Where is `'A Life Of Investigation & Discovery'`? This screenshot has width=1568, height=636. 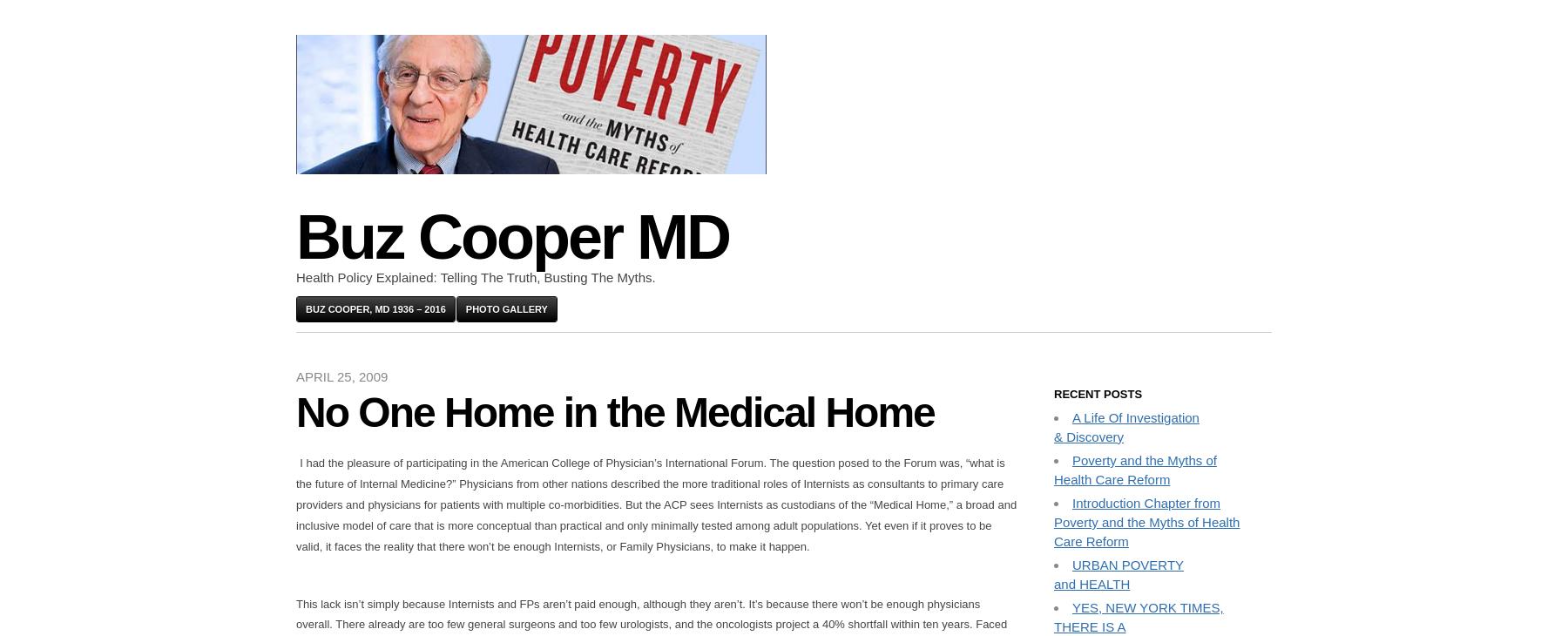 'A Life Of Investigation & Discovery' is located at coordinates (1052, 426).